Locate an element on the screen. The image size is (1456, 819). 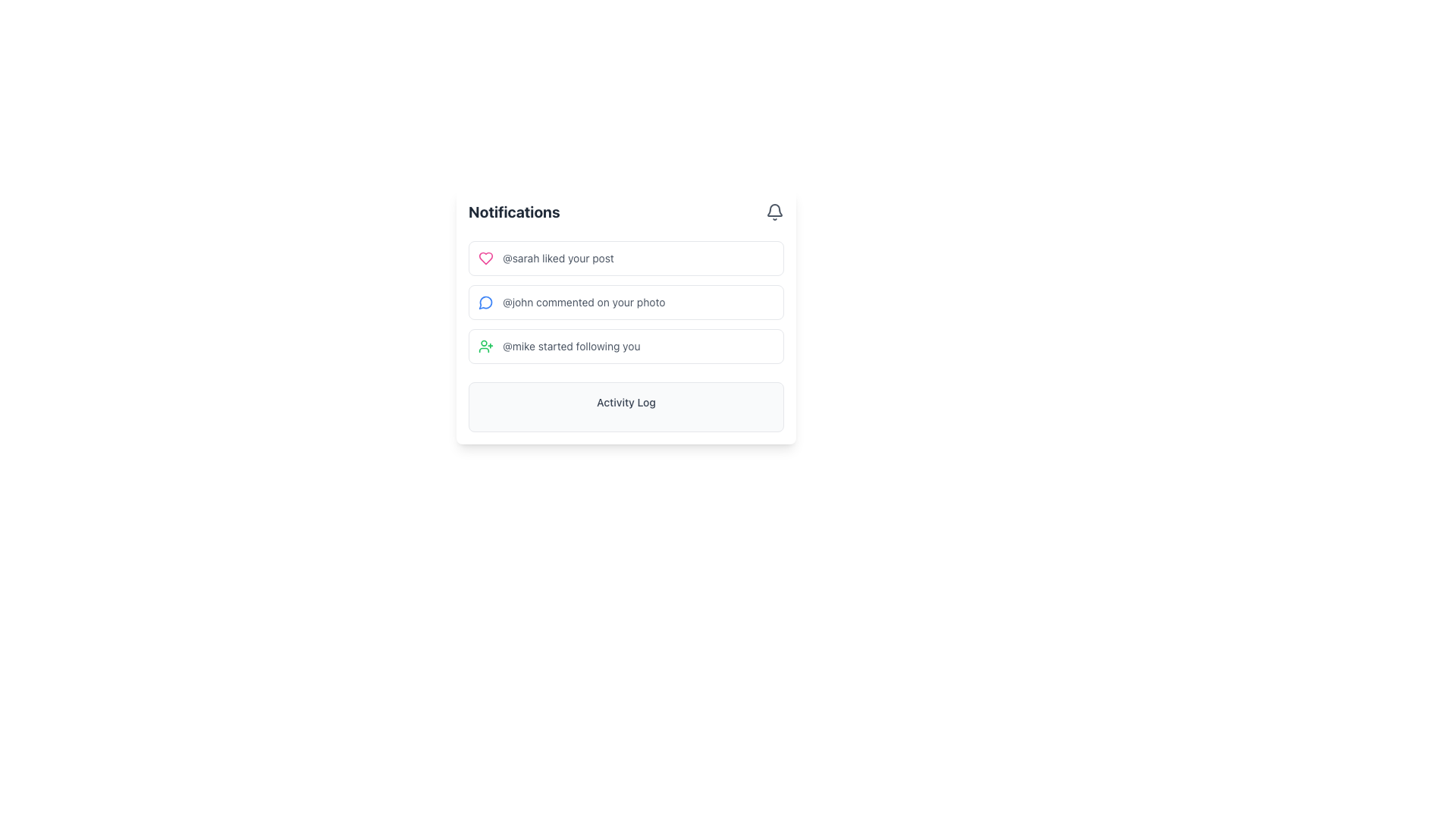
the heart-shaped icon with a red fill located in the notification section, part of the first notification stating '@sarah liked your post' is located at coordinates (486, 257).